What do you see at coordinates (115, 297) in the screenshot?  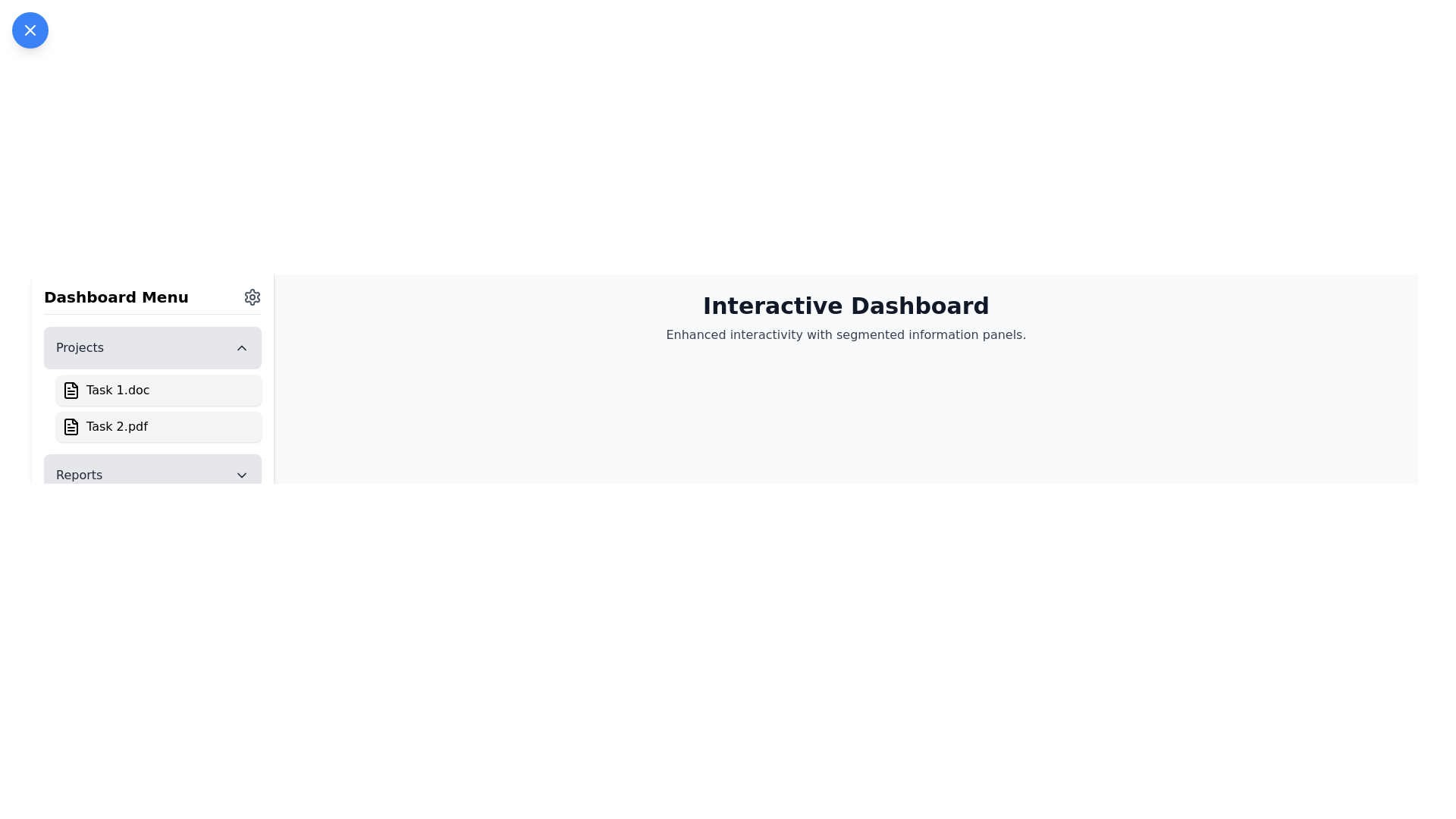 I see `the 'Dashboard Menu' text label located in the top-left corner of the sidebar, which serves as a header for the section` at bounding box center [115, 297].